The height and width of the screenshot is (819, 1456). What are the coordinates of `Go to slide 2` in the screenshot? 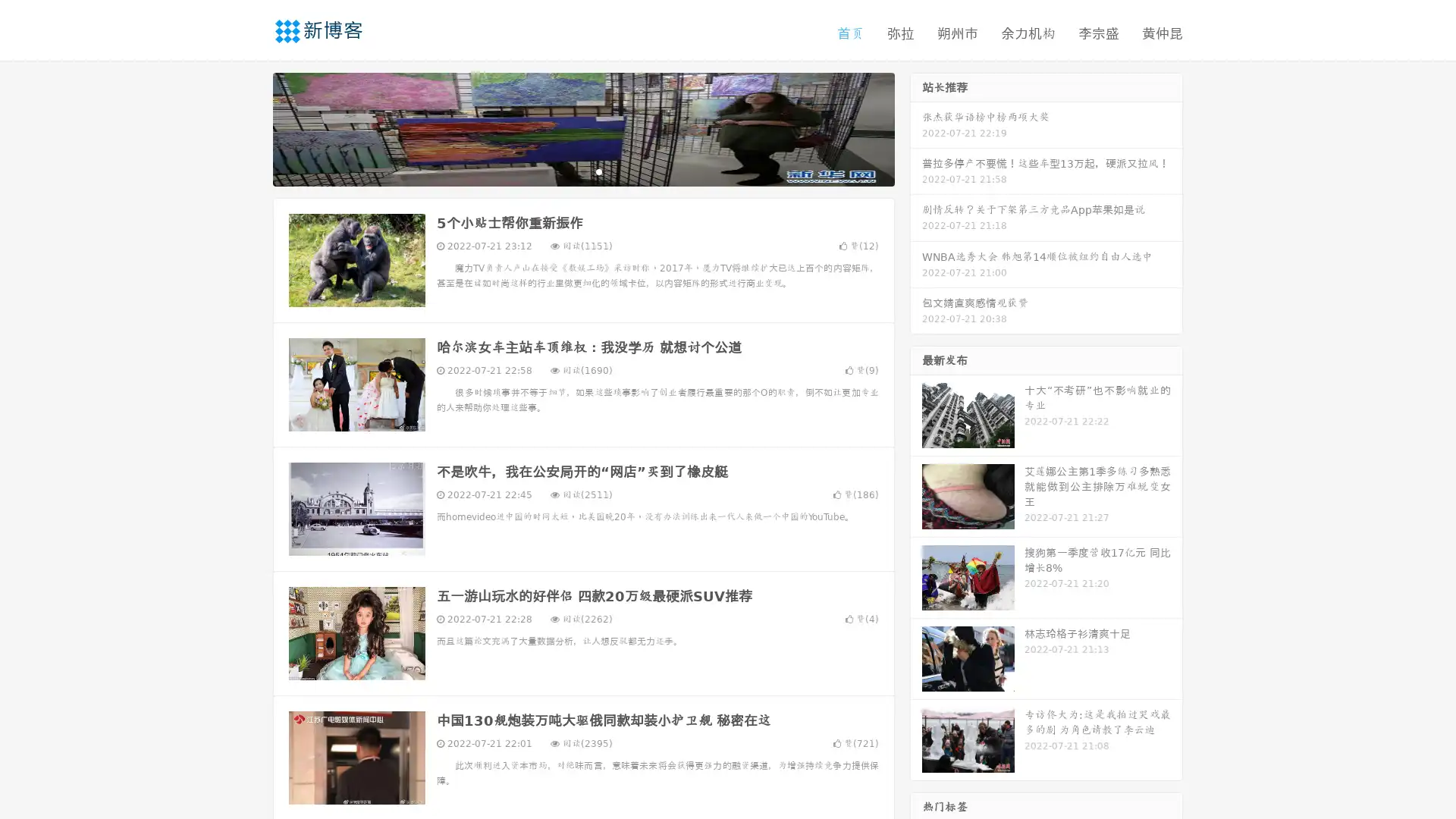 It's located at (582, 171).